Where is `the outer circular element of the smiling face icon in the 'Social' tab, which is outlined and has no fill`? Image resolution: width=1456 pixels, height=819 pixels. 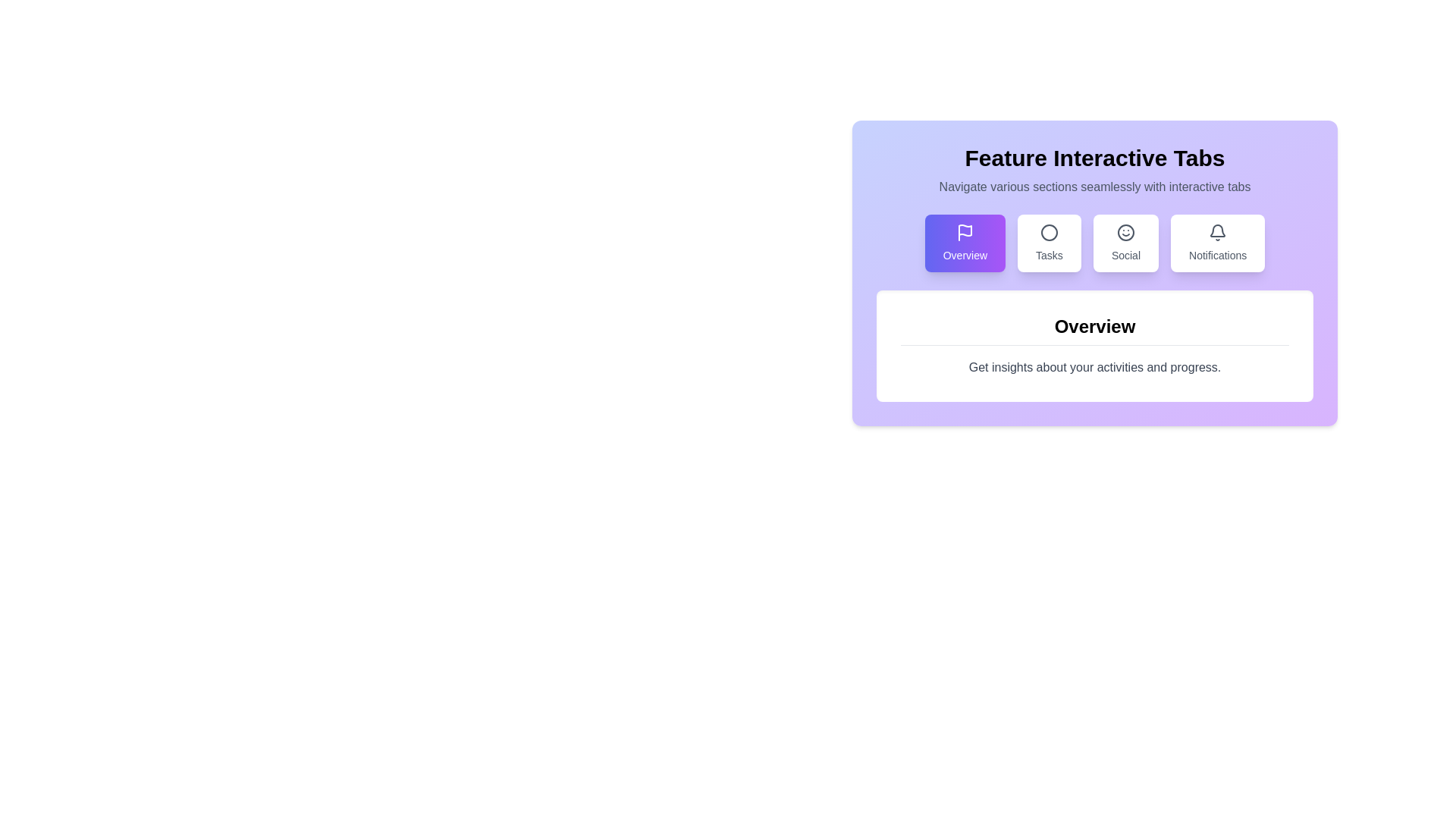 the outer circular element of the smiling face icon in the 'Social' tab, which is outlined and has no fill is located at coordinates (1125, 233).